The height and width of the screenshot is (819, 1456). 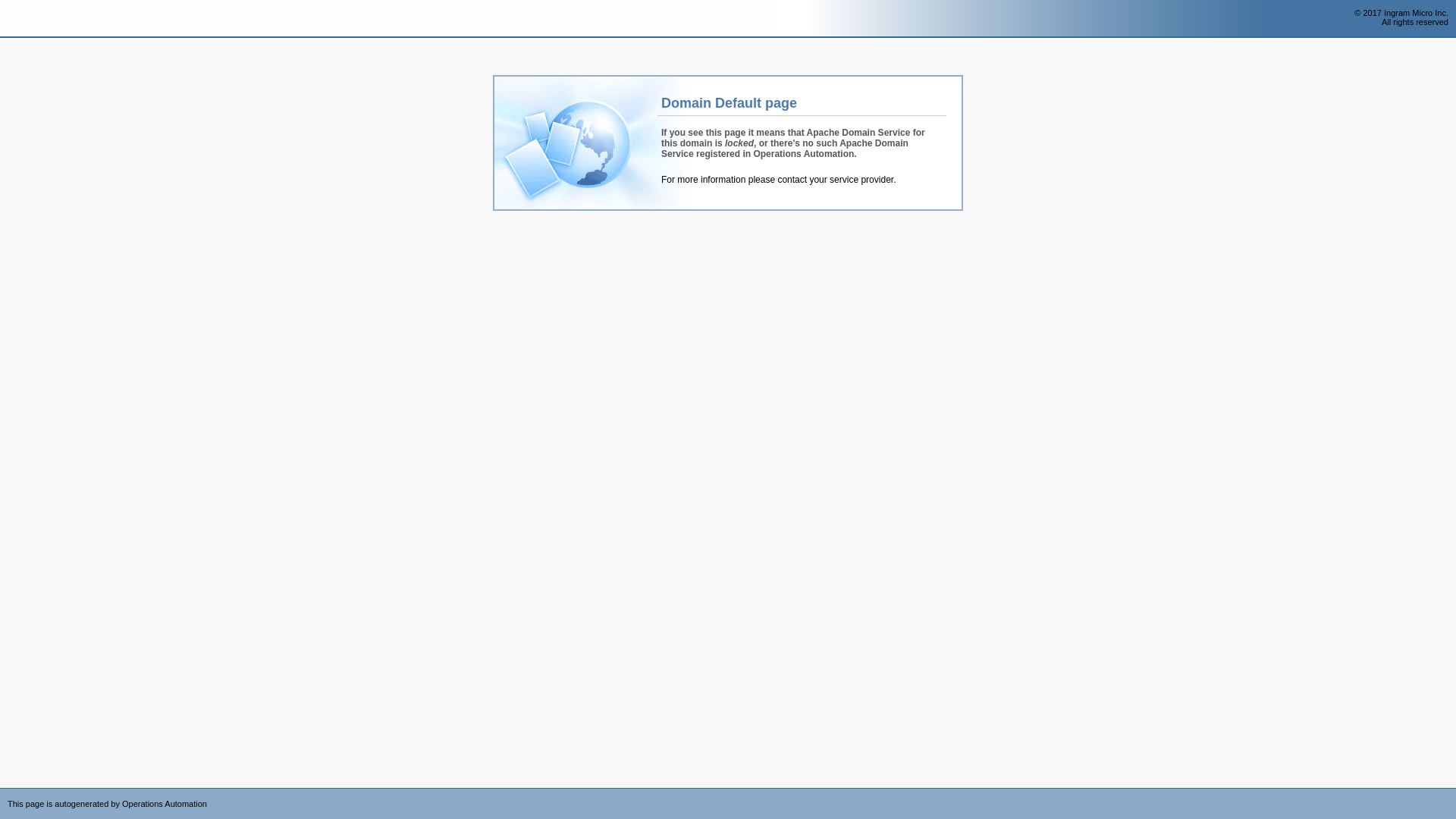 I want to click on 'Operations Automation', so click(x=0, y=18).